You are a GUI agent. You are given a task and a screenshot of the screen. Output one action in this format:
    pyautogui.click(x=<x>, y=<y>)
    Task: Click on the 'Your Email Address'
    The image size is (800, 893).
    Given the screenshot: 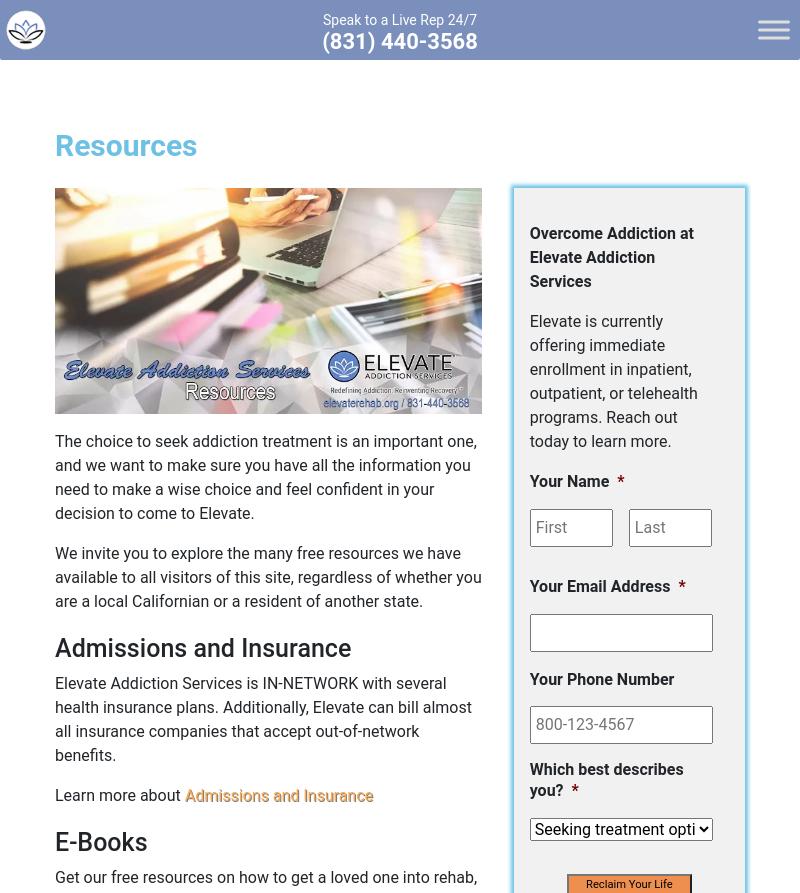 What is the action you would take?
    pyautogui.click(x=528, y=584)
    